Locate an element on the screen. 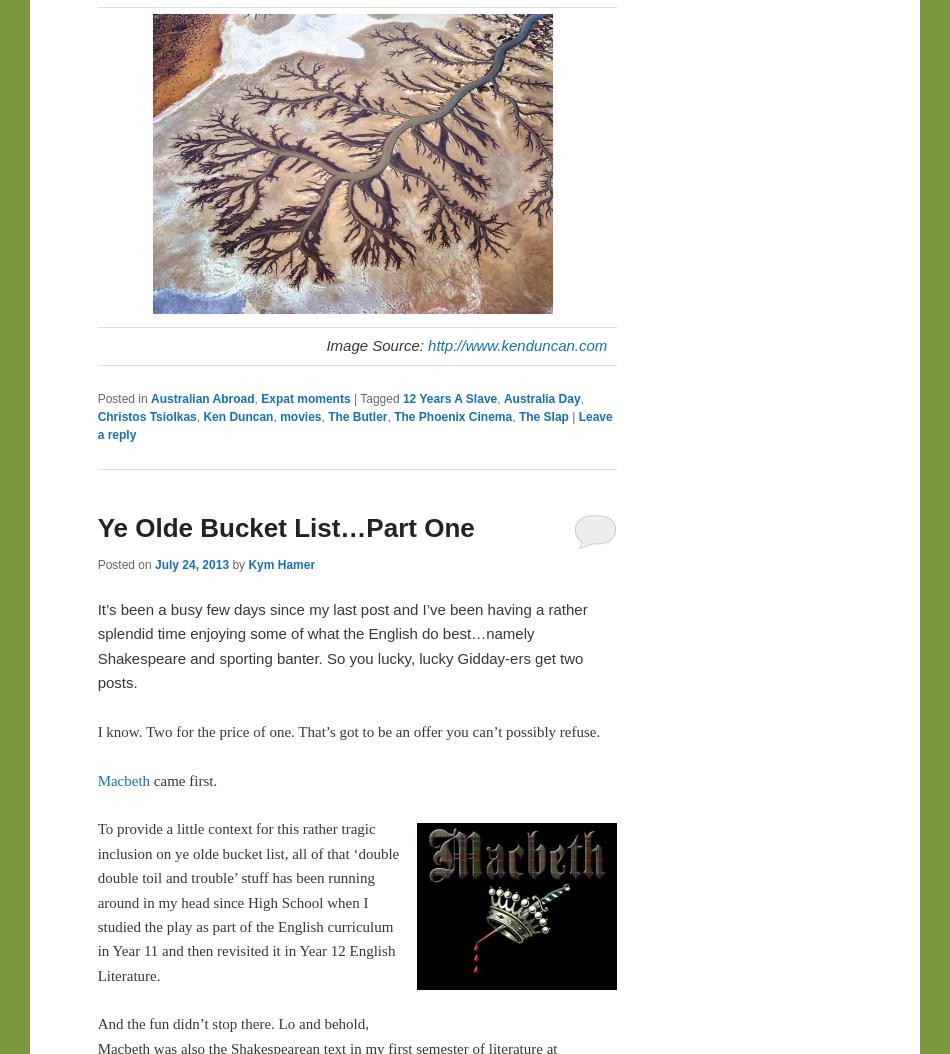  'came first.' is located at coordinates (183, 779).